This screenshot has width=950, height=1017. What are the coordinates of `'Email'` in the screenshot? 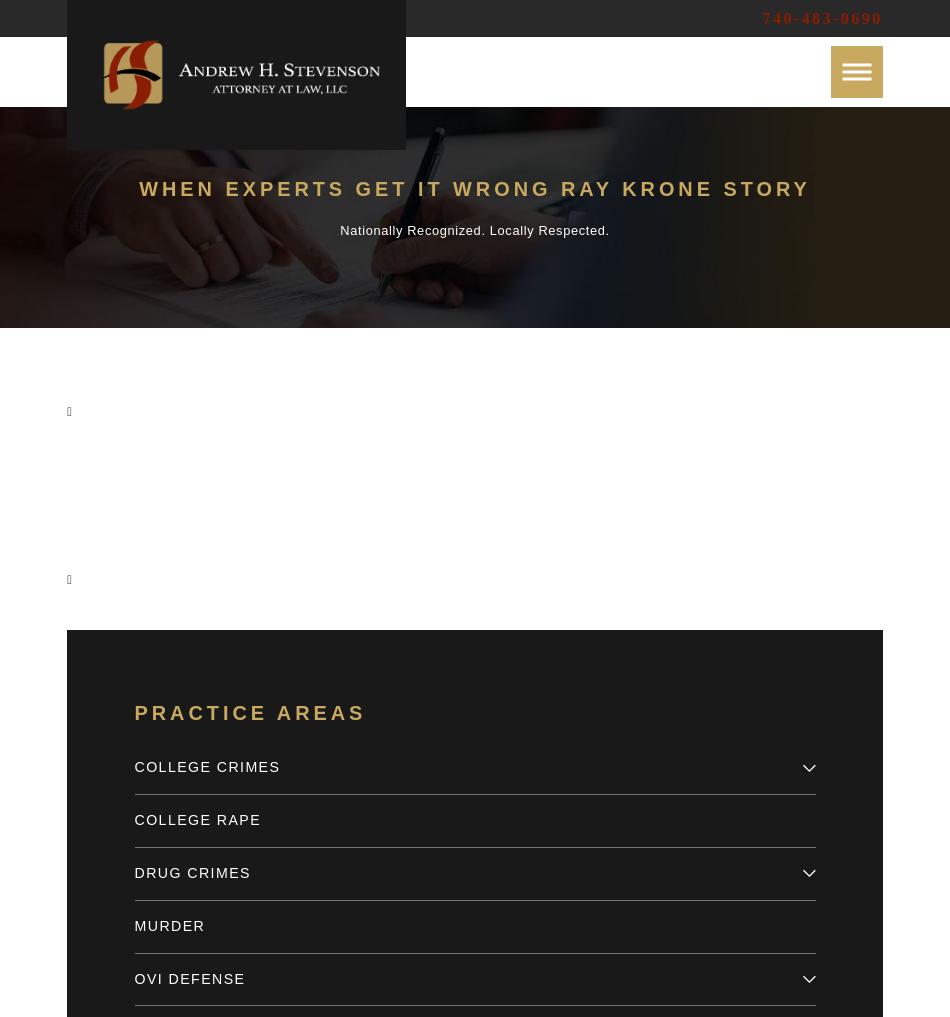 It's located at (514, 654).